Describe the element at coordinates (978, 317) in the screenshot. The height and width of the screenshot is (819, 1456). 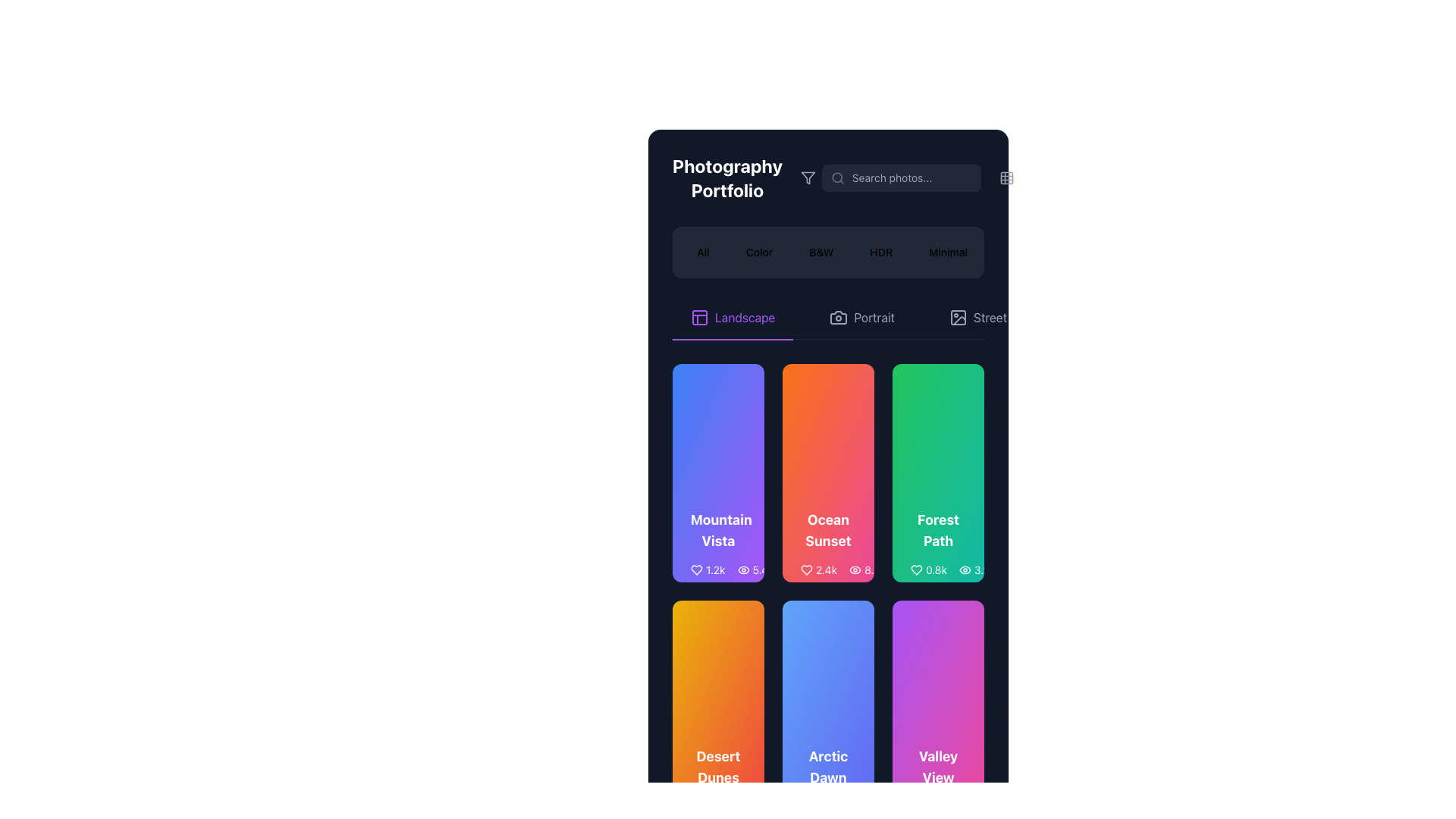
I see `the 'Street' button, which is a text label with an image icon on a dark gray background, located at the third position in its row of sibling elements` at that location.